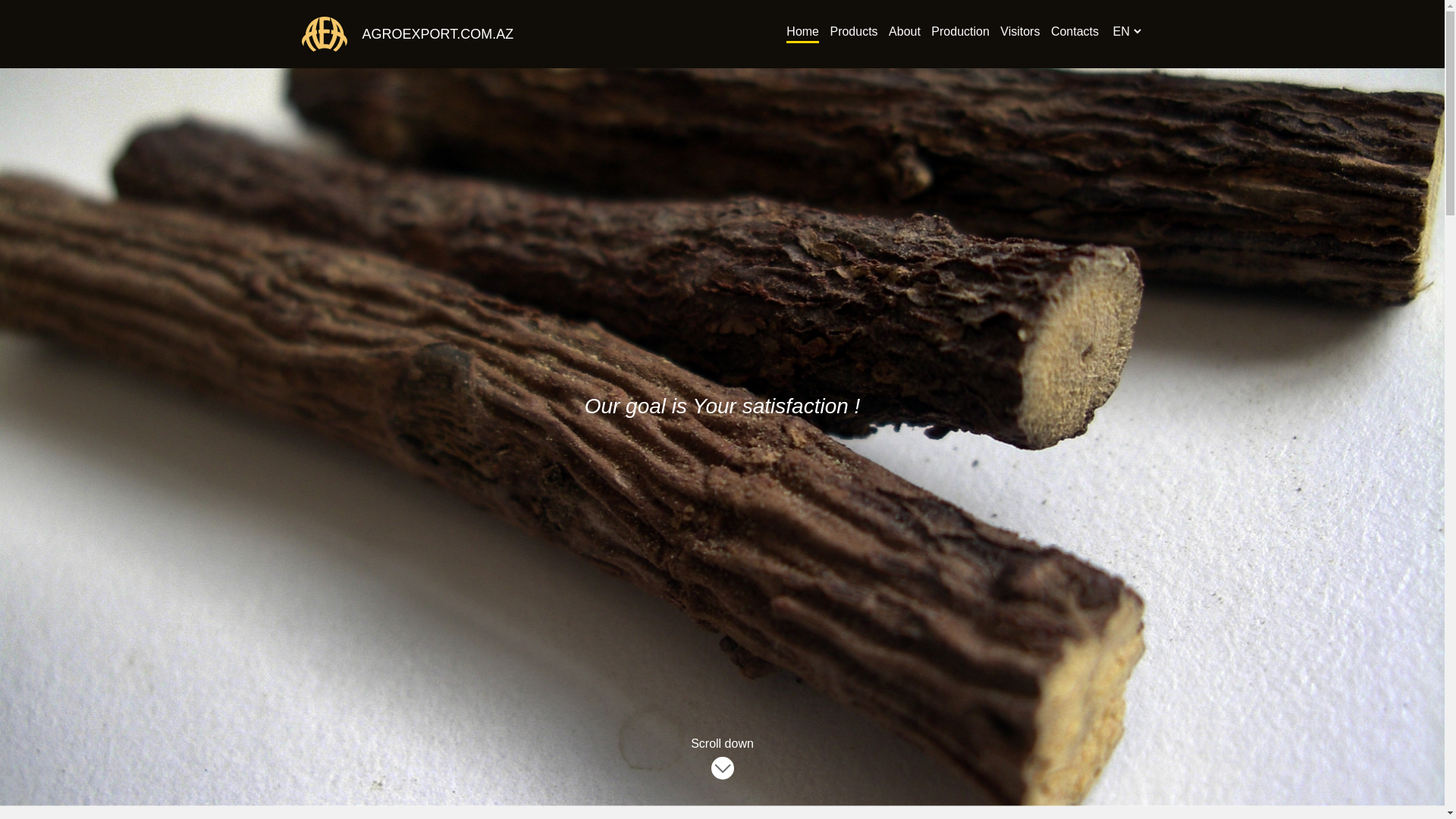 The width and height of the screenshot is (1456, 819). What do you see at coordinates (429, 34) in the screenshot?
I see `'AGROEXPORT.COM.AZ'` at bounding box center [429, 34].